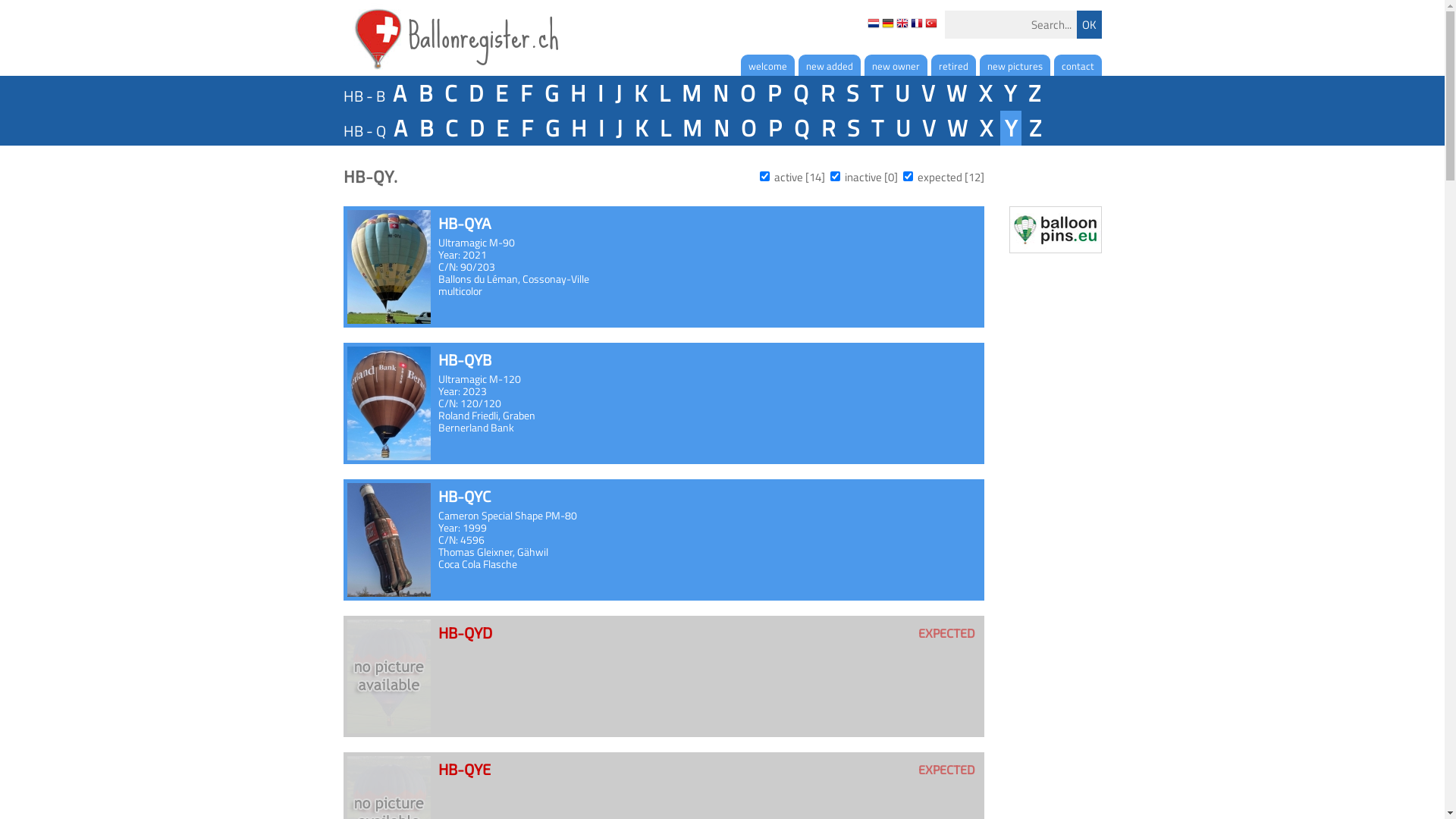 The image size is (1456, 819). Describe the element at coordinates (902, 93) in the screenshot. I see `'U'` at that location.